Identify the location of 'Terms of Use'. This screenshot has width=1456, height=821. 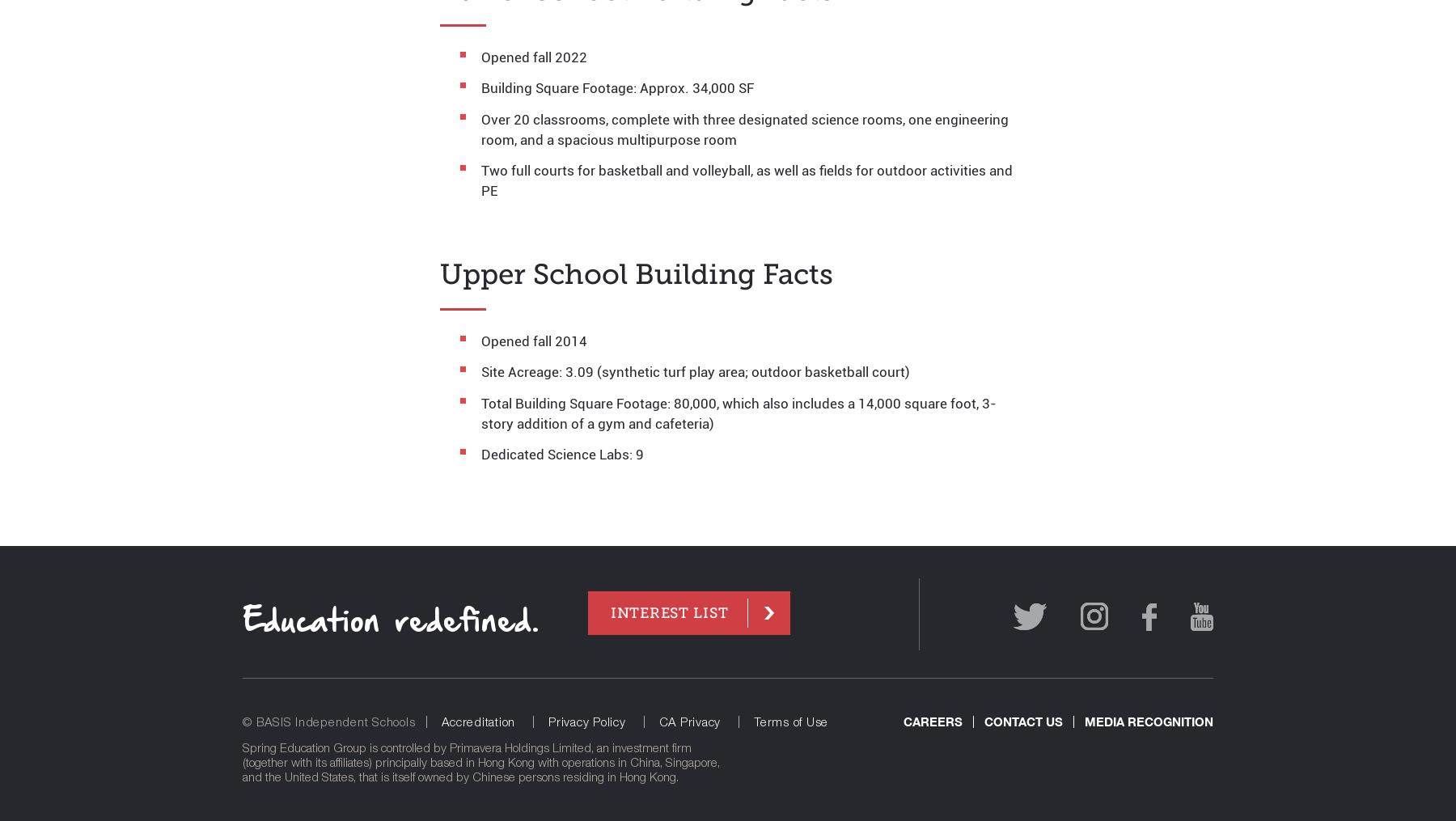
(789, 719).